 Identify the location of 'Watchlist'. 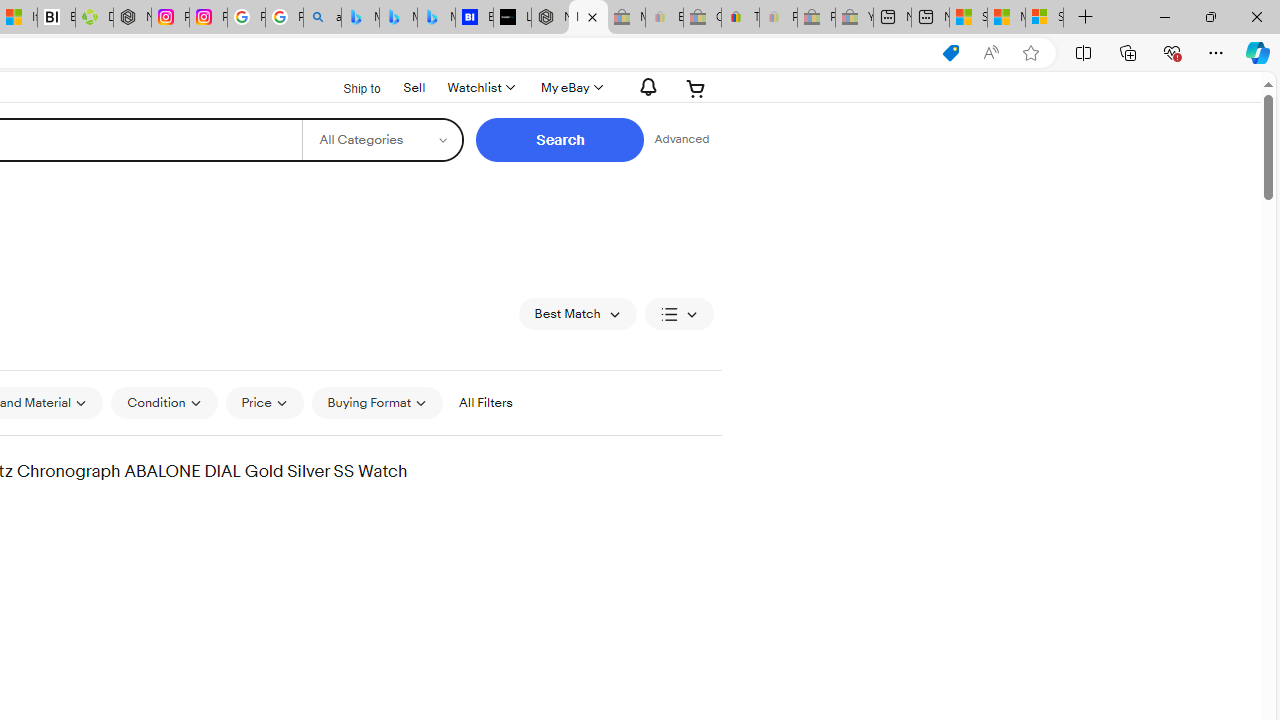
(480, 87).